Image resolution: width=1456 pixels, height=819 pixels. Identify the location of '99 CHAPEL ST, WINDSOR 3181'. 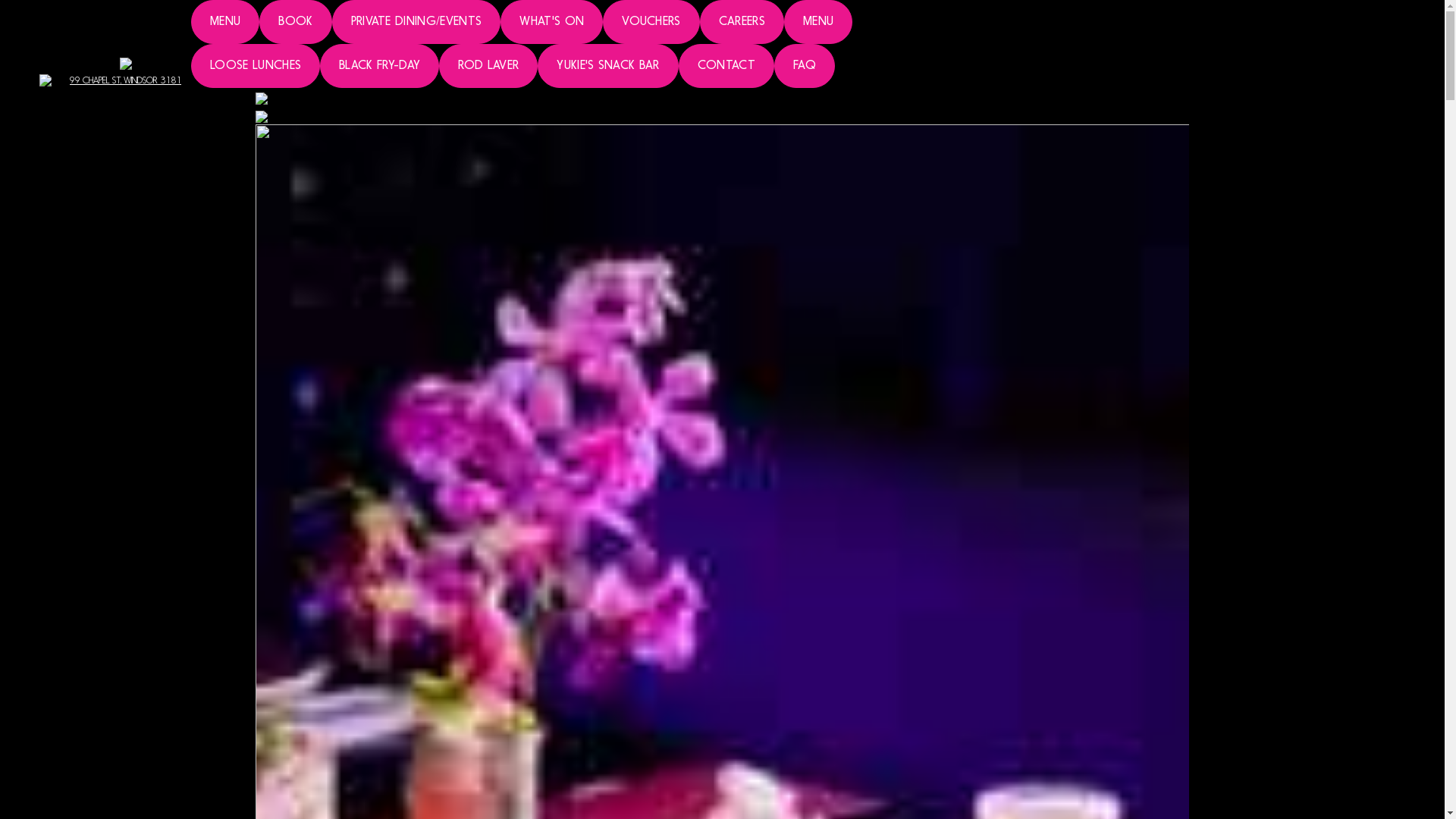
(125, 70).